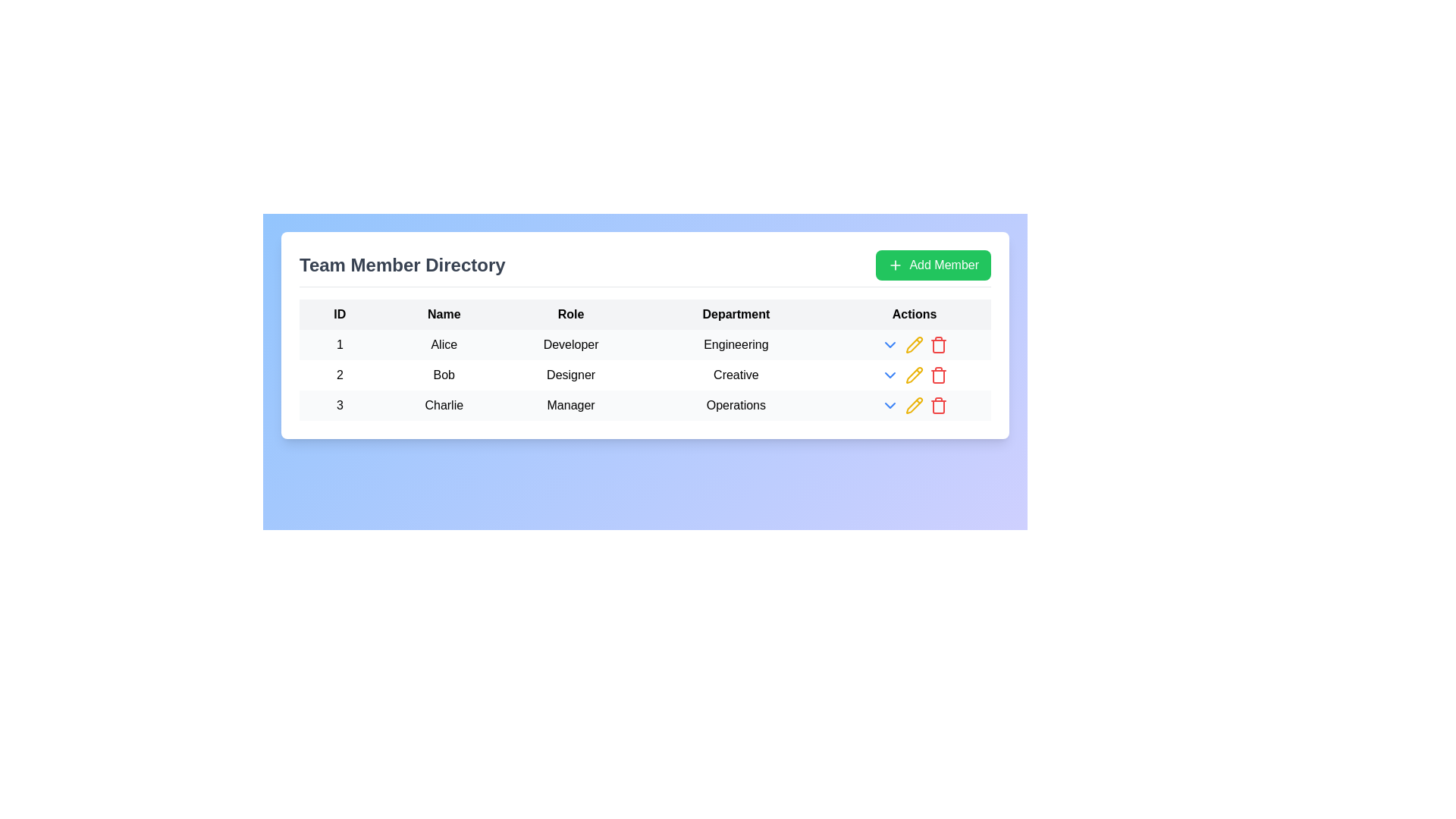 This screenshot has height=819, width=1456. I want to click on the red trash icon button located in the Actions column of the second row in the Team Member Directory table, so click(938, 375).